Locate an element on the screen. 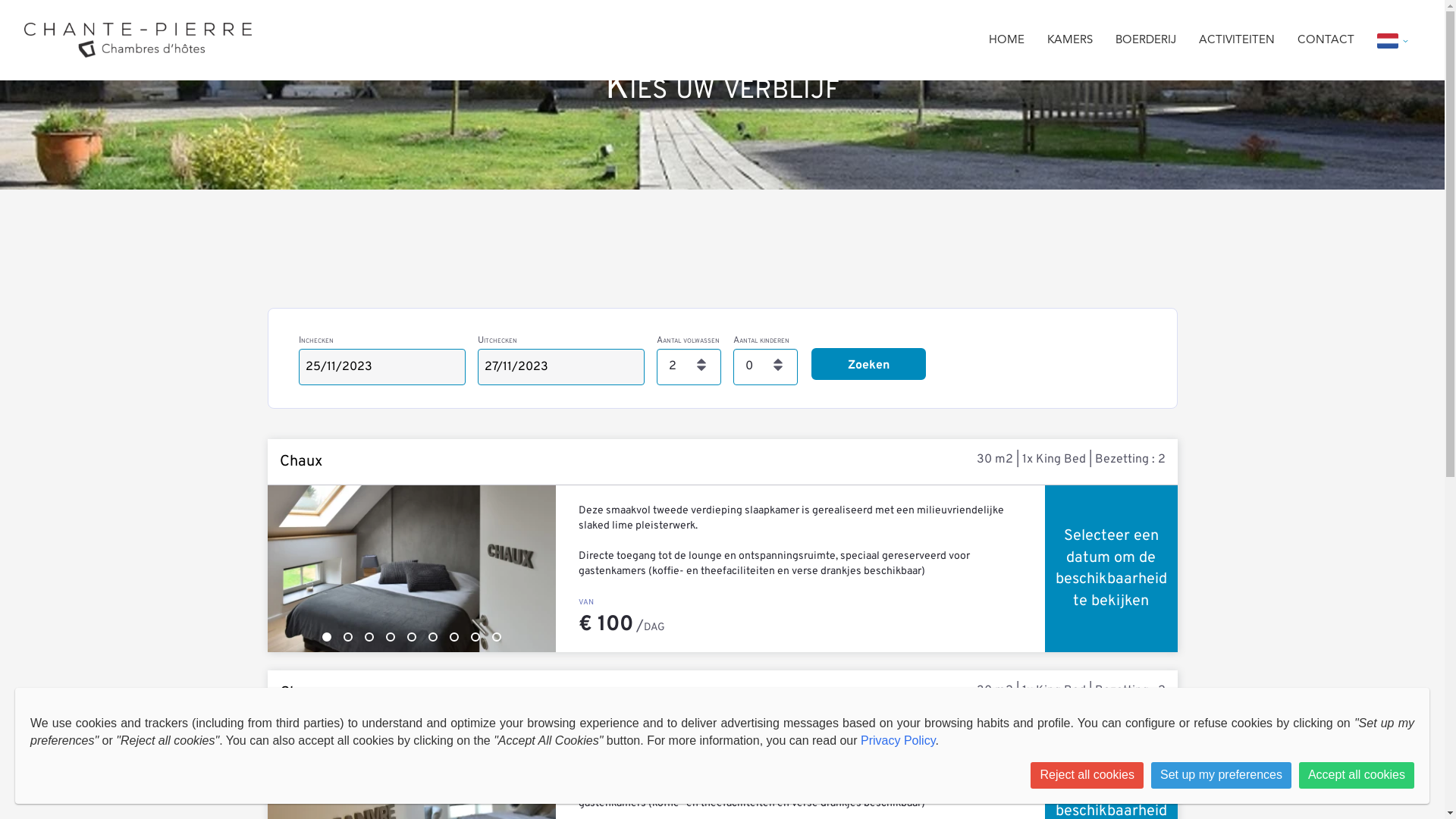 The image size is (1456, 819). 'ACTIVITEITEN' is located at coordinates (1237, 39).